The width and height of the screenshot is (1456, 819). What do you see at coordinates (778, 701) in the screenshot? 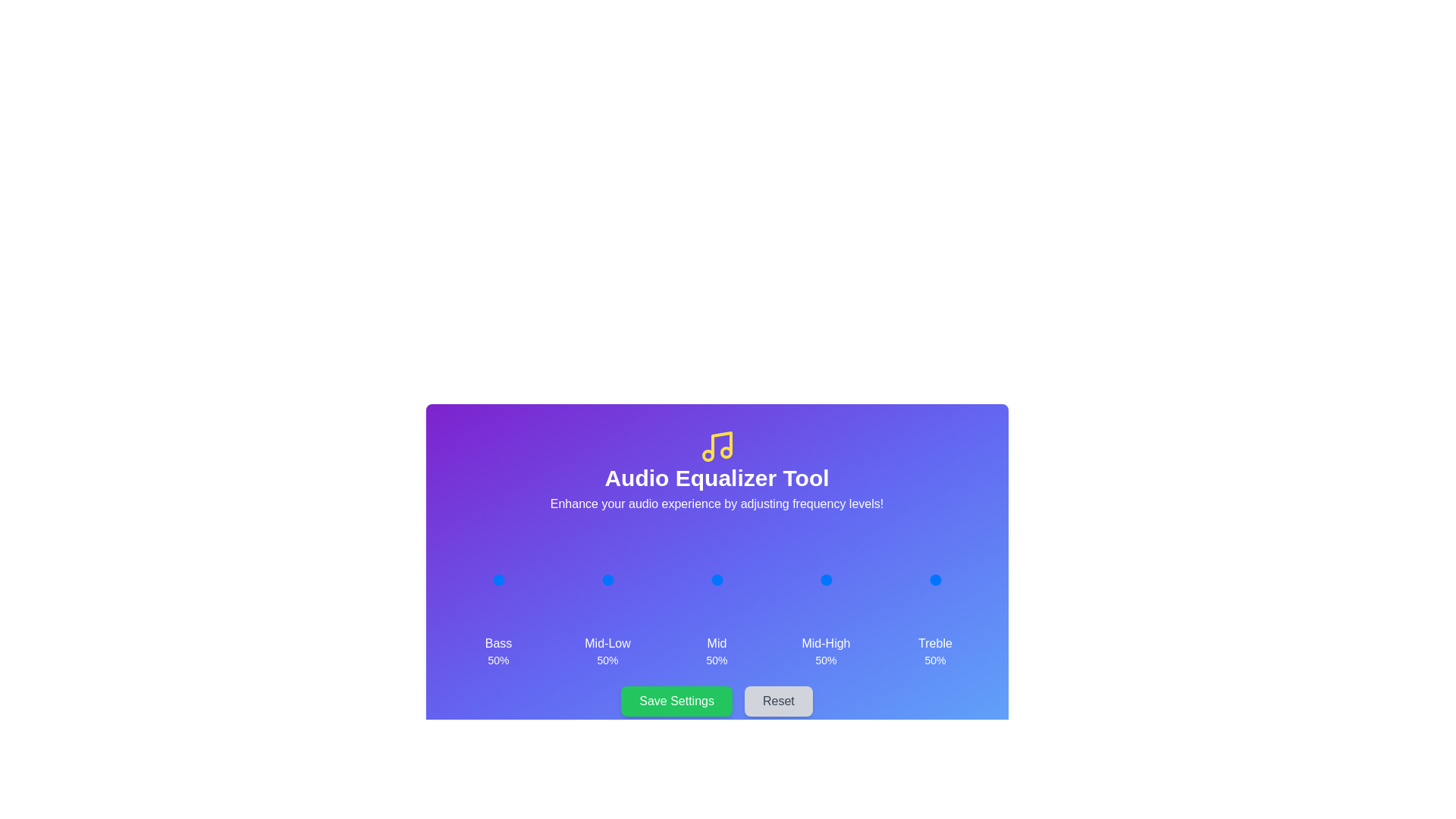
I see `the Reset Button to observe hover effects` at bounding box center [778, 701].